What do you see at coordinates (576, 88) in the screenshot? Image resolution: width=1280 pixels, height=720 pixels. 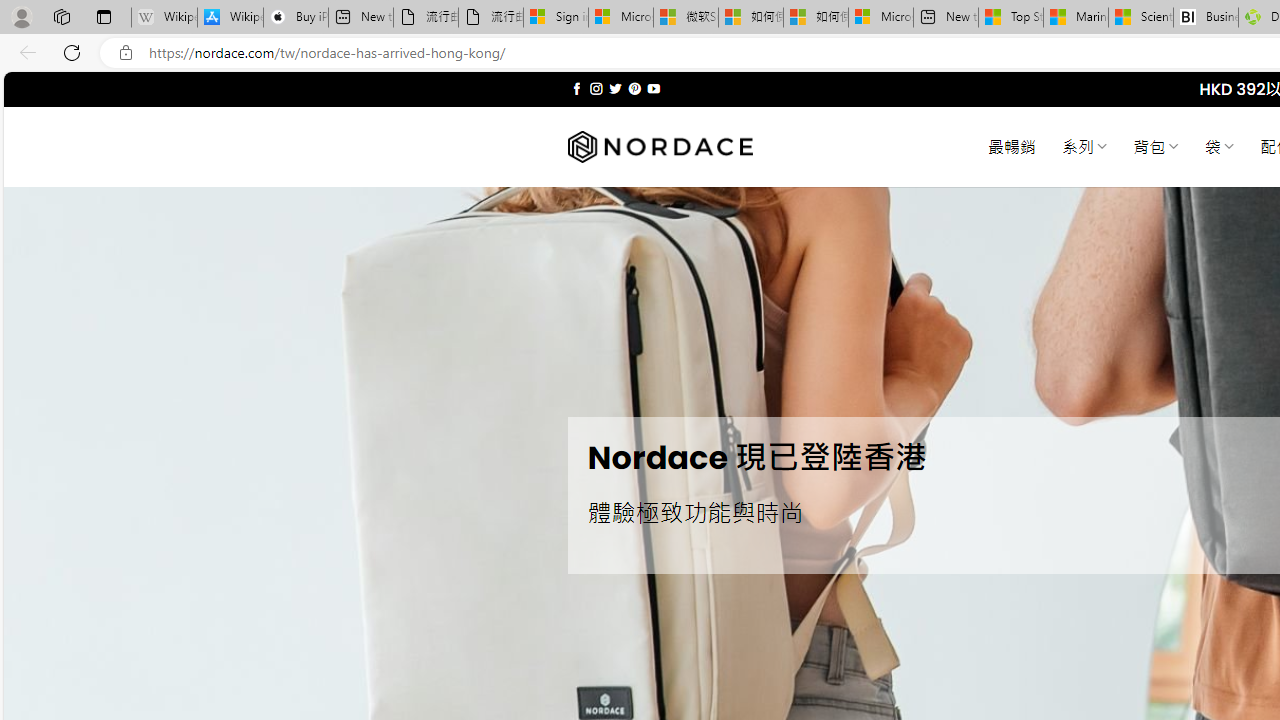 I see `'Follow on Facebook'` at bounding box center [576, 88].